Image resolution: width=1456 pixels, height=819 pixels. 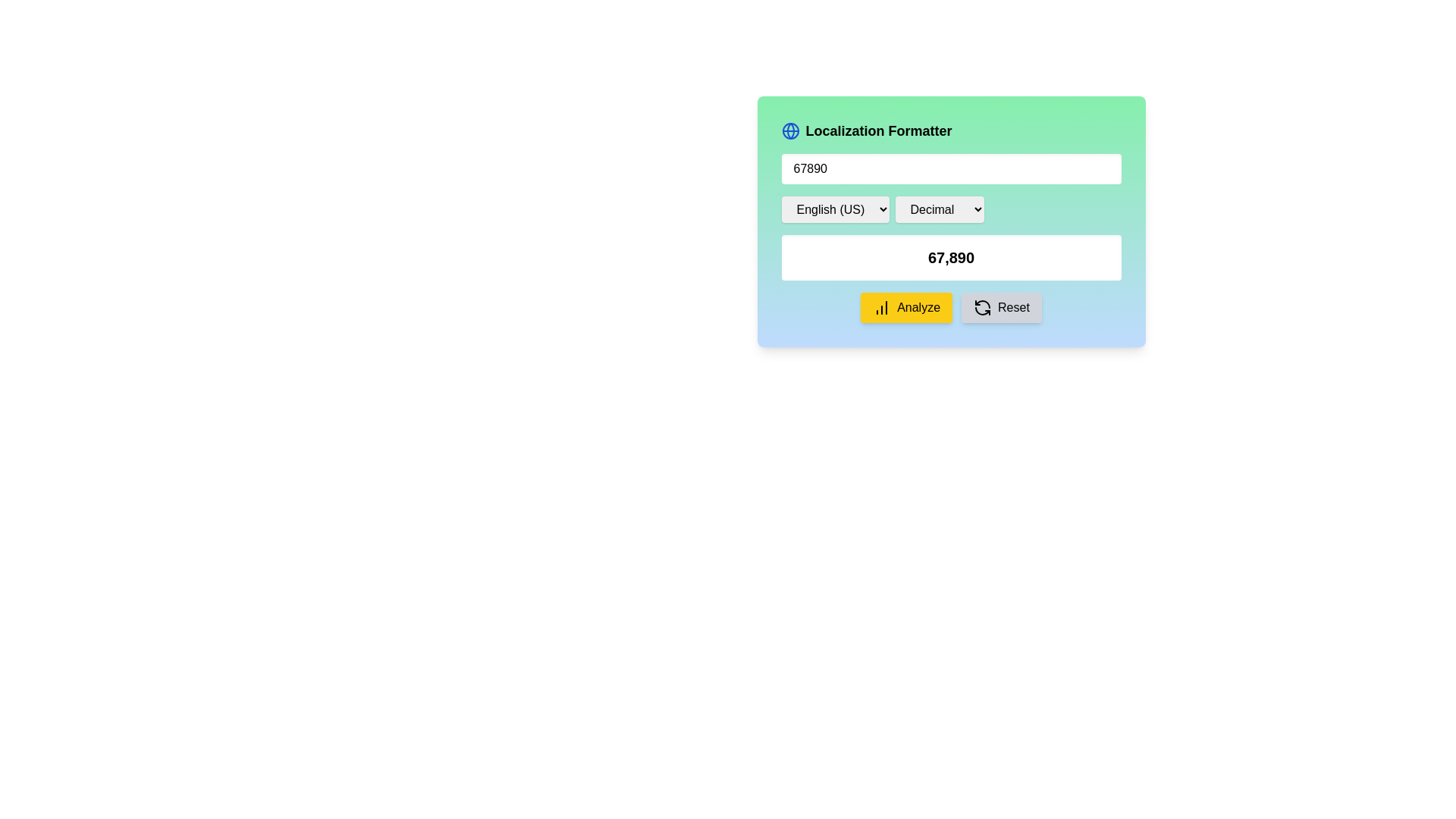 I want to click on the leftmost dropdown menu for language selection, so click(x=834, y=209).